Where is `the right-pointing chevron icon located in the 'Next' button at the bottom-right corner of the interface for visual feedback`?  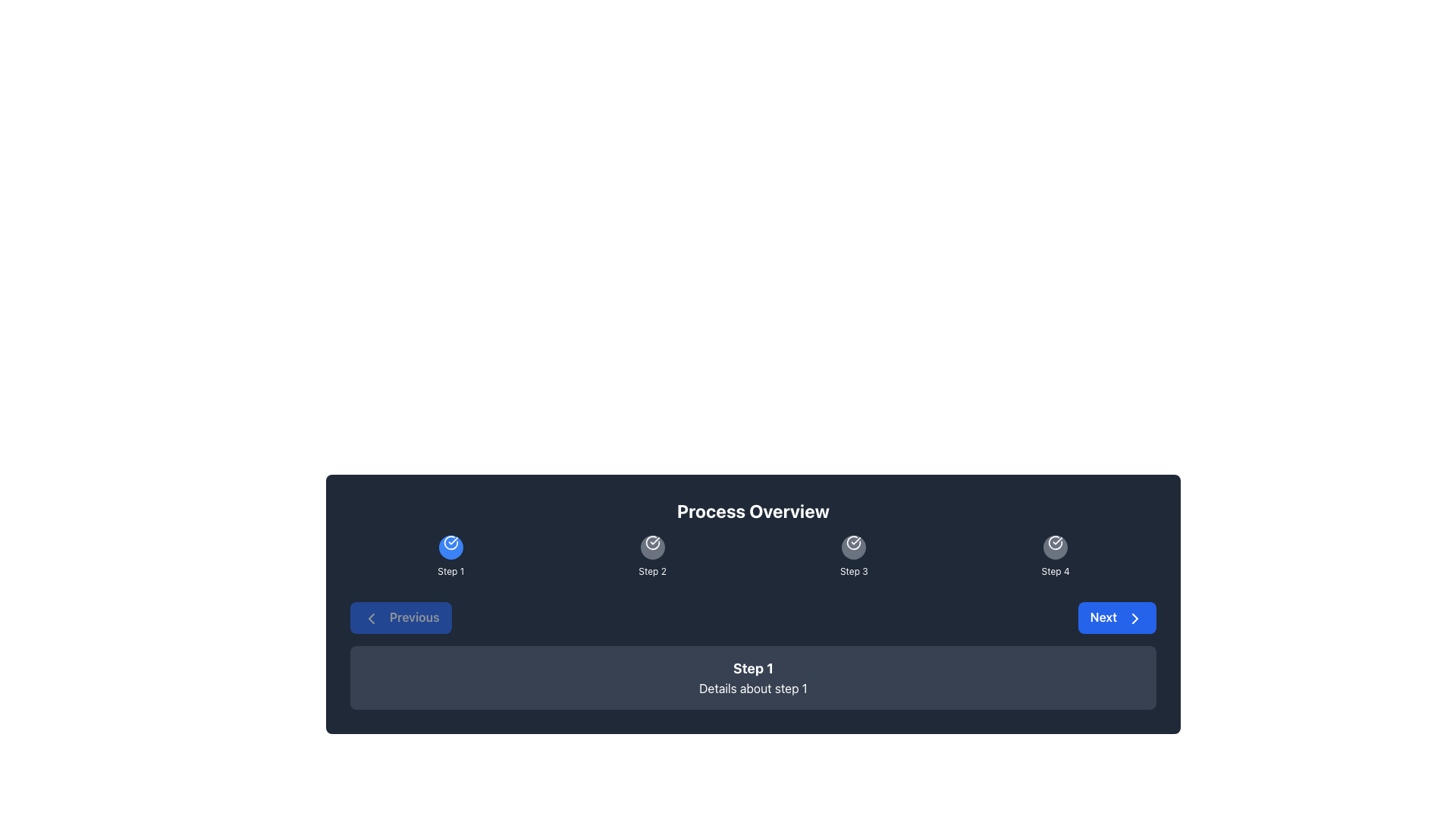
the right-pointing chevron icon located in the 'Next' button at the bottom-right corner of the interface for visual feedback is located at coordinates (1135, 617).